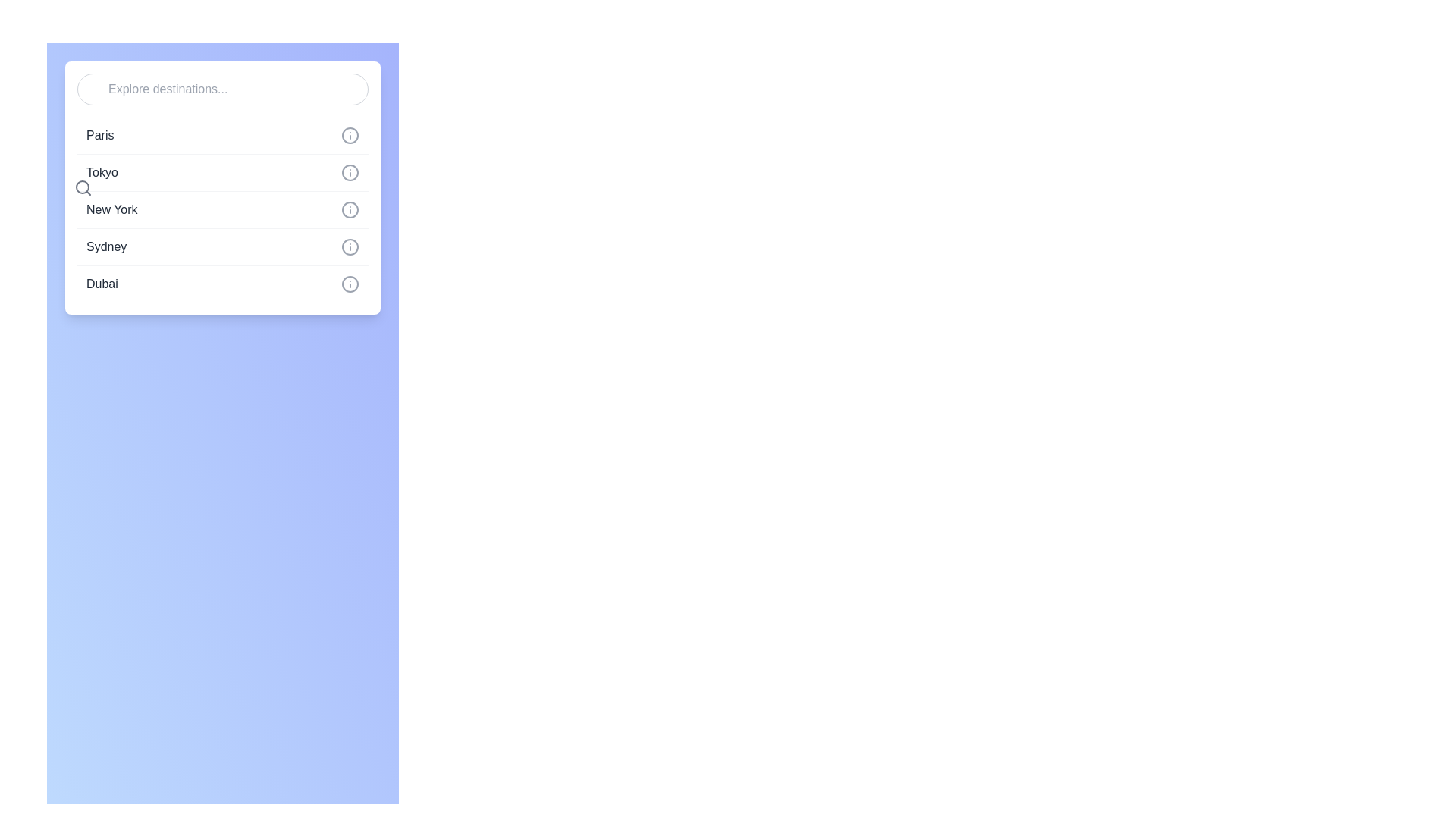 Image resolution: width=1456 pixels, height=819 pixels. I want to click on the icon at the right end of the 'Paris' entry in the list, so click(349, 134).